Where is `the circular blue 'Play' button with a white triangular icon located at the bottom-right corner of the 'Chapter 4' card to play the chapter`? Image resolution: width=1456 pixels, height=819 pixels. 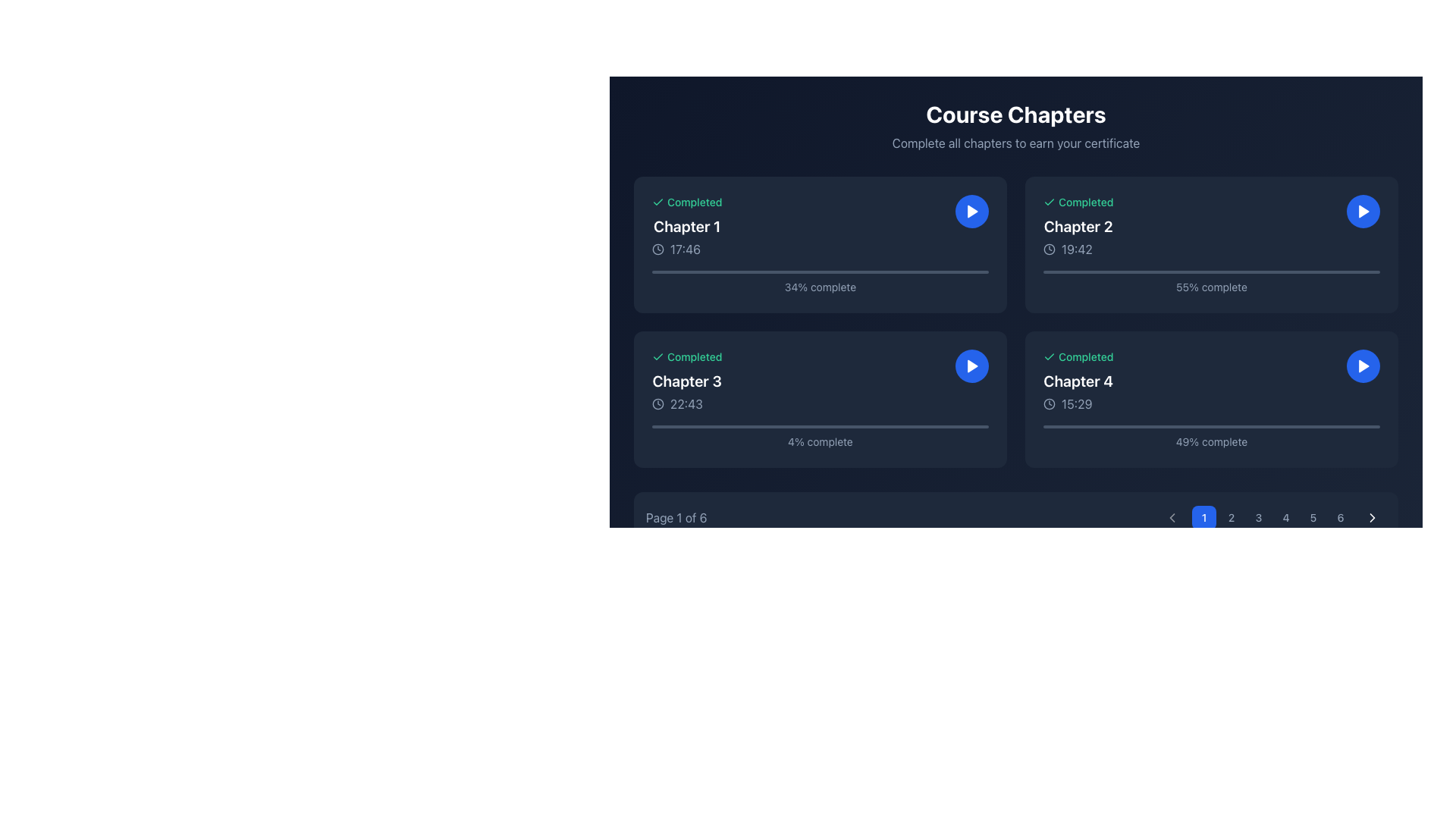
the circular blue 'Play' button with a white triangular icon located at the bottom-right corner of the 'Chapter 4' card to play the chapter is located at coordinates (1363, 366).